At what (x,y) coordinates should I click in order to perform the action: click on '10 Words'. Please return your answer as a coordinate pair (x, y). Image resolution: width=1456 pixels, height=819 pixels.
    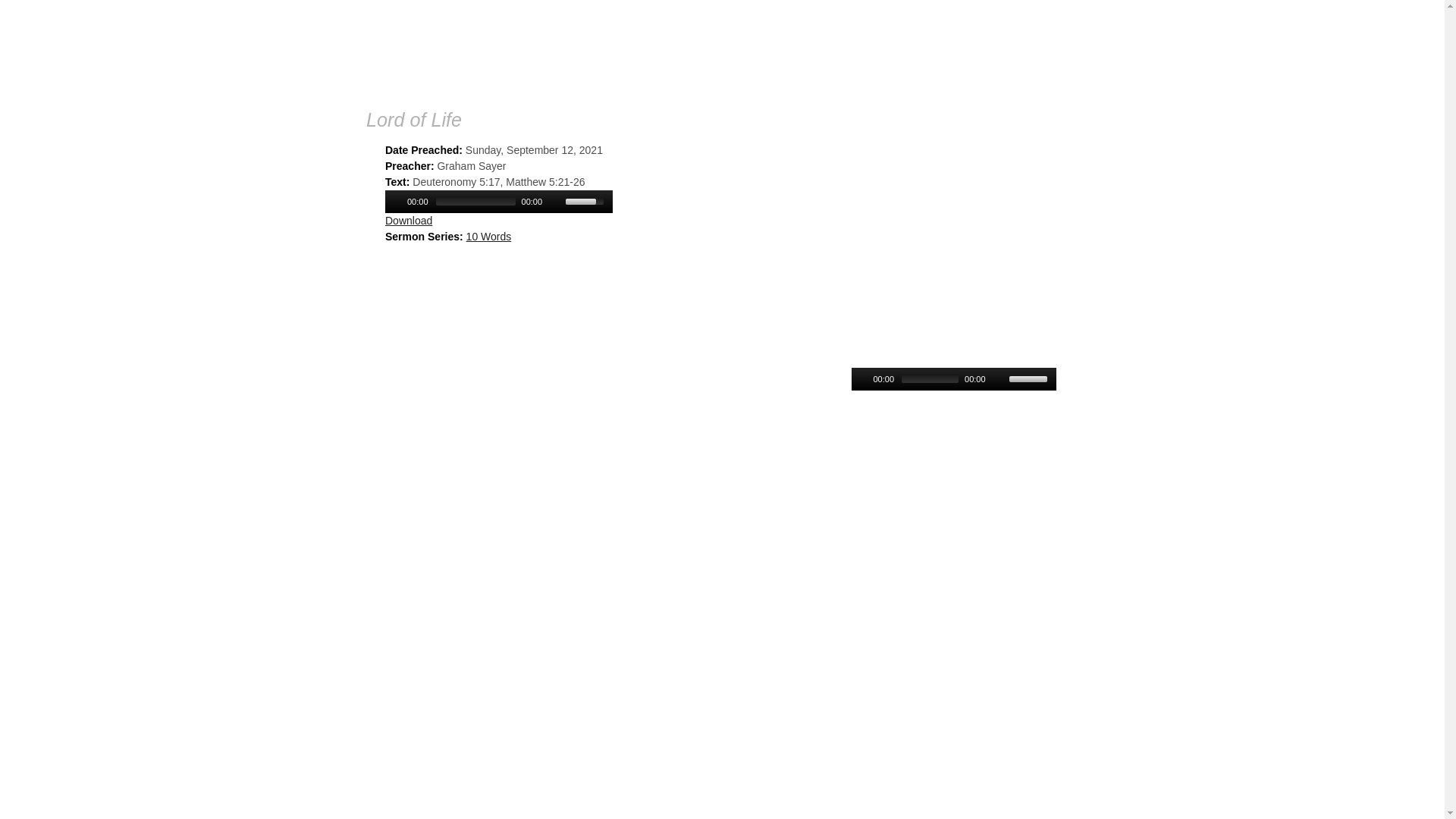
    Looking at the image, I should click on (488, 237).